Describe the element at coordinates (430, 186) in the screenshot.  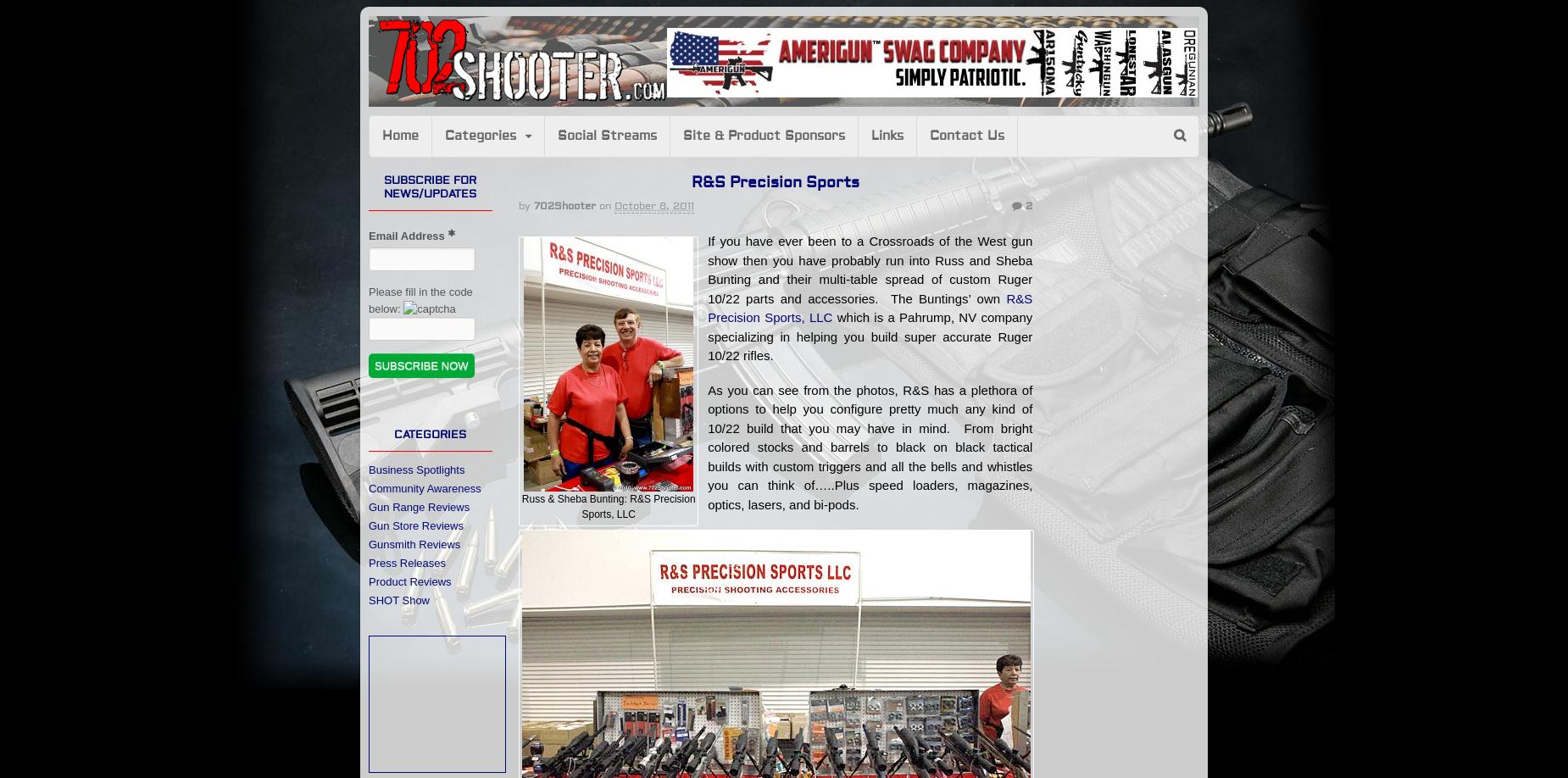
I see `'Subscribe for News/Updates'` at that location.